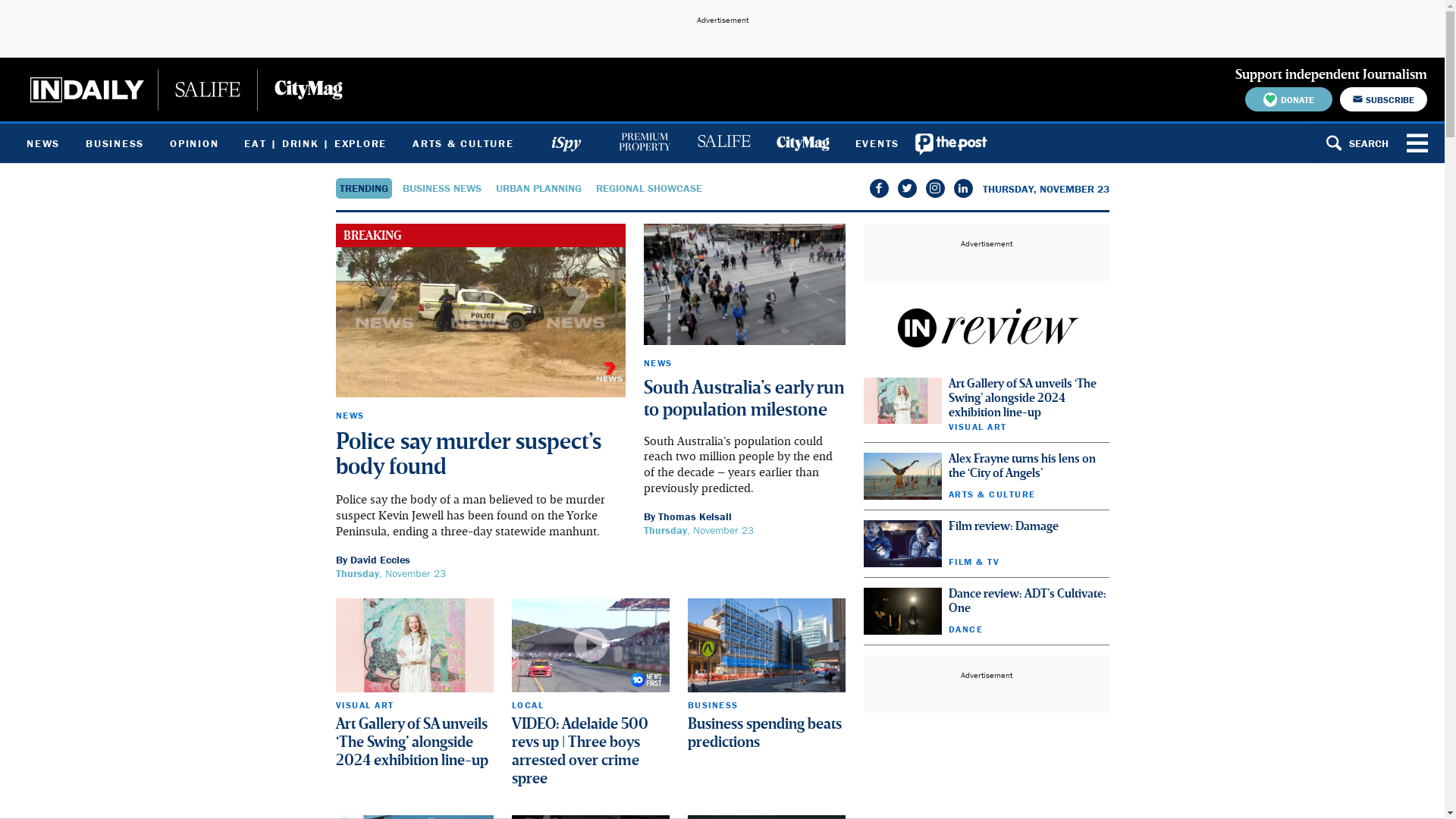 The height and width of the screenshot is (819, 1456). Describe the element at coordinates (334, 704) in the screenshot. I see `'VISUAL ART'` at that location.